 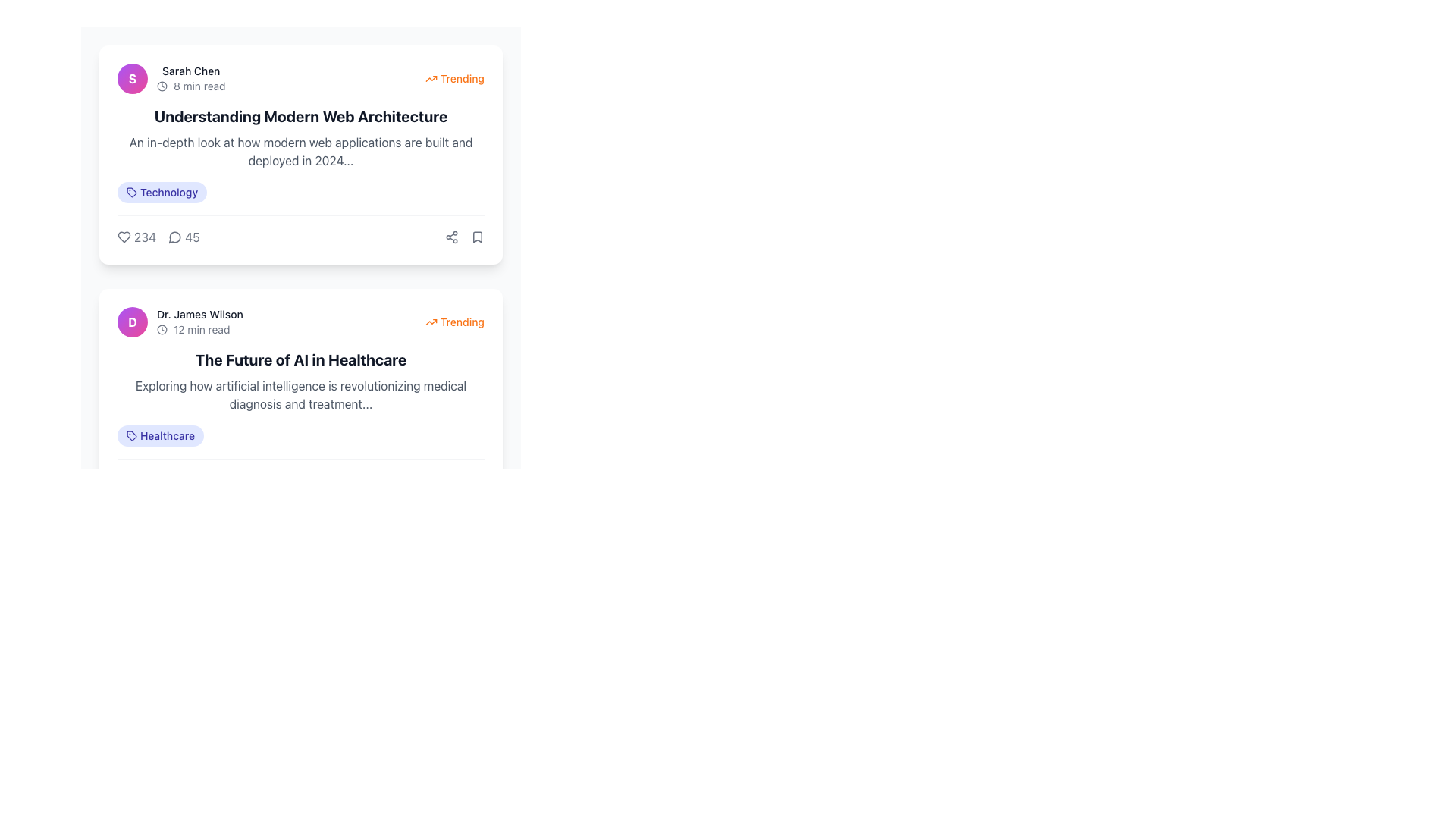 What do you see at coordinates (476, 237) in the screenshot?
I see `the bookmark icon located in the top-right area of the 'Understanding Modern Web Architecture' post` at bounding box center [476, 237].